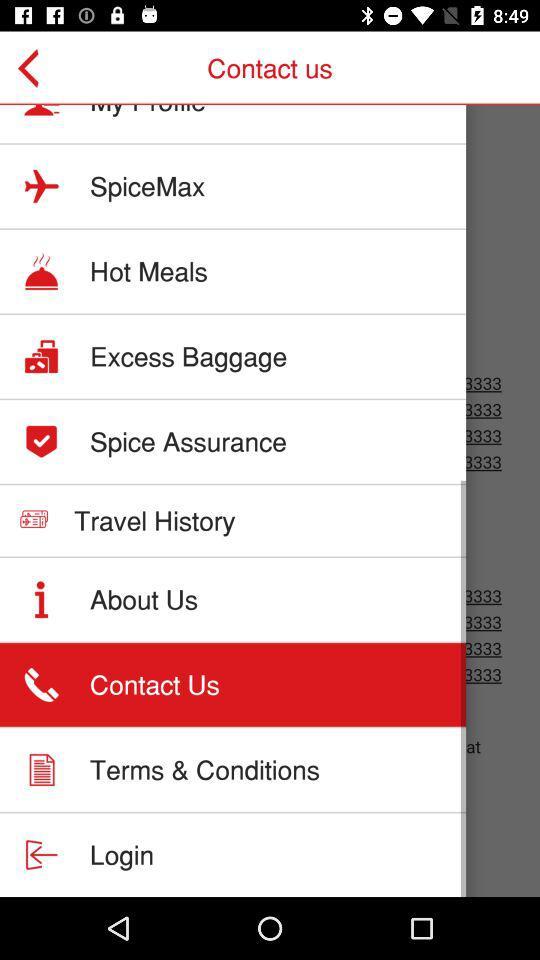 Image resolution: width=540 pixels, height=960 pixels. What do you see at coordinates (188, 441) in the screenshot?
I see `item below the excess baggage item` at bounding box center [188, 441].